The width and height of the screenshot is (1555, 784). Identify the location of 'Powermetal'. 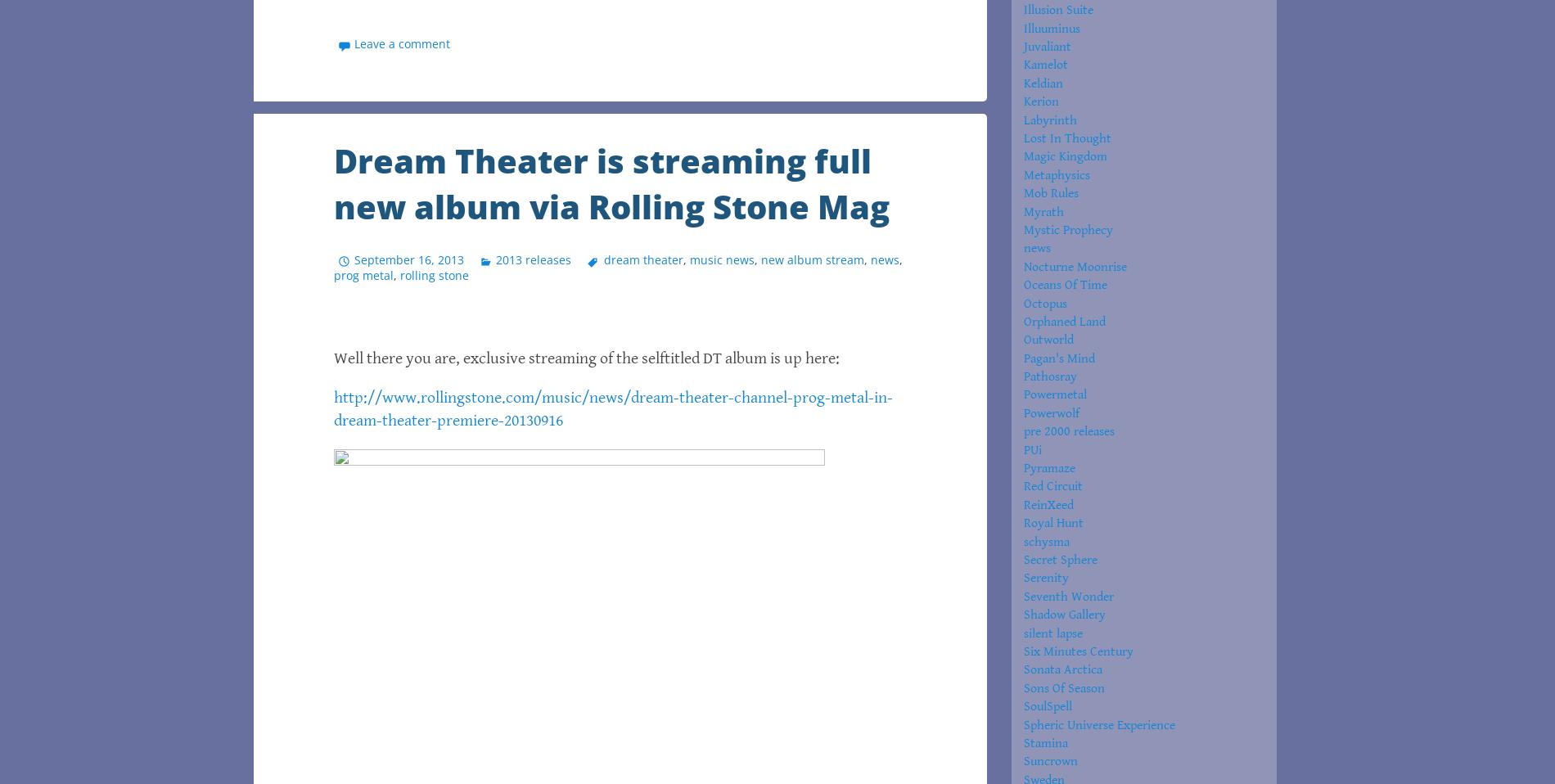
(1054, 394).